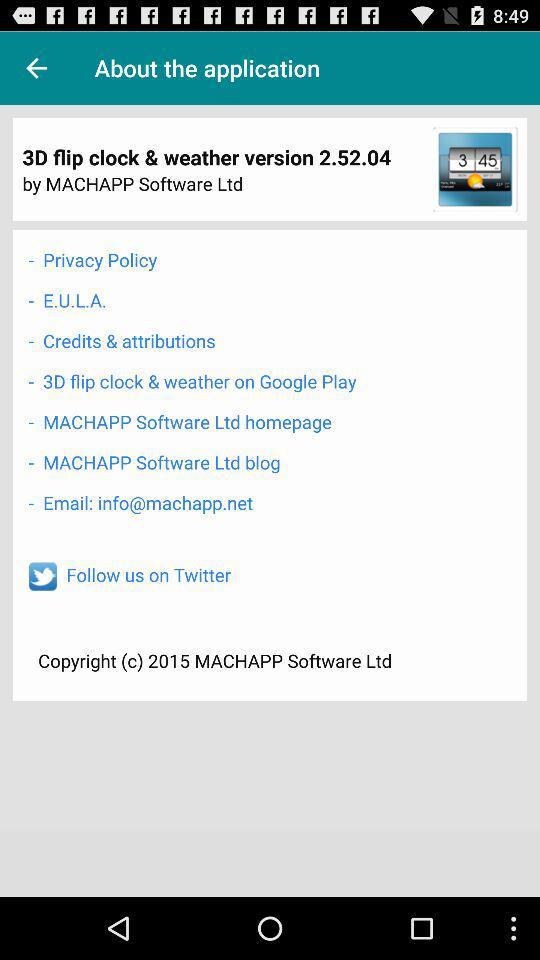 The width and height of the screenshot is (540, 960). What do you see at coordinates (474, 168) in the screenshot?
I see `the item next to the by machapp software icon` at bounding box center [474, 168].